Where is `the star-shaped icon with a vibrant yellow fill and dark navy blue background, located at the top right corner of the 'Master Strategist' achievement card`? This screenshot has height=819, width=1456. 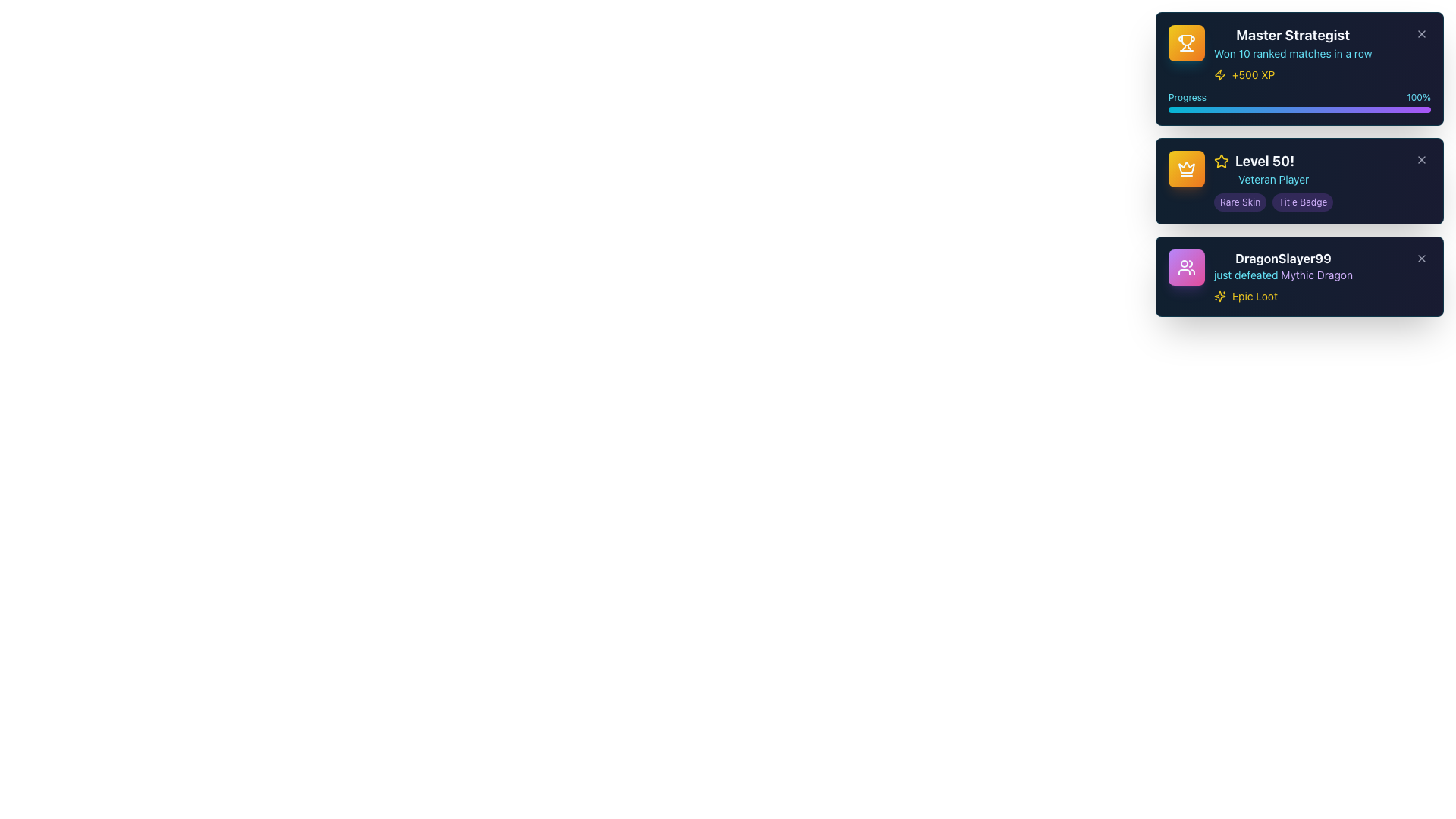
the star-shaped icon with a vibrant yellow fill and dark navy blue background, located at the top right corner of the 'Master Strategist' achievement card is located at coordinates (1222, 161).